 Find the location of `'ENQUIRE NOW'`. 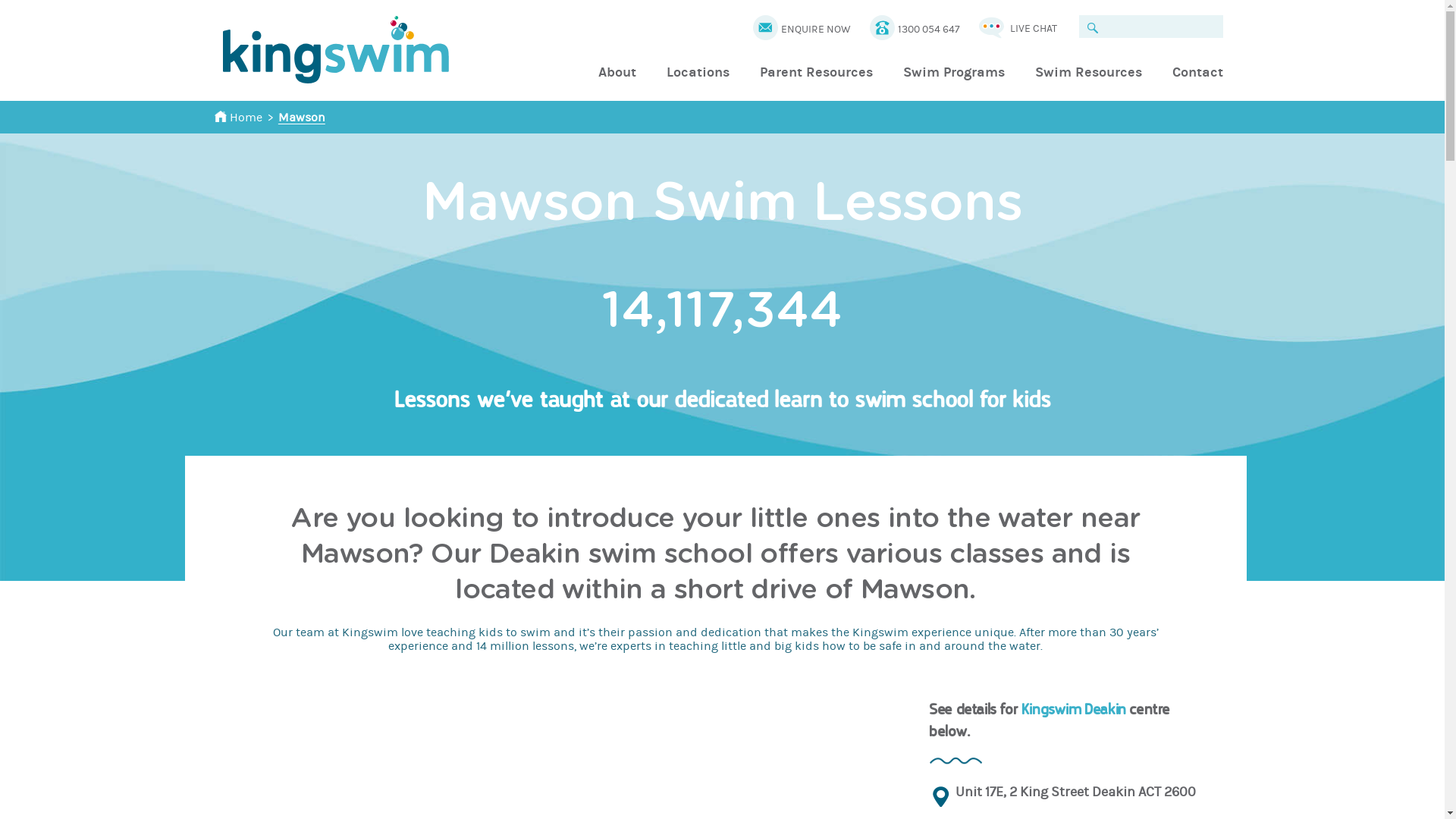

'ENQUIRE NOW' is located at coordinates (814, 29).